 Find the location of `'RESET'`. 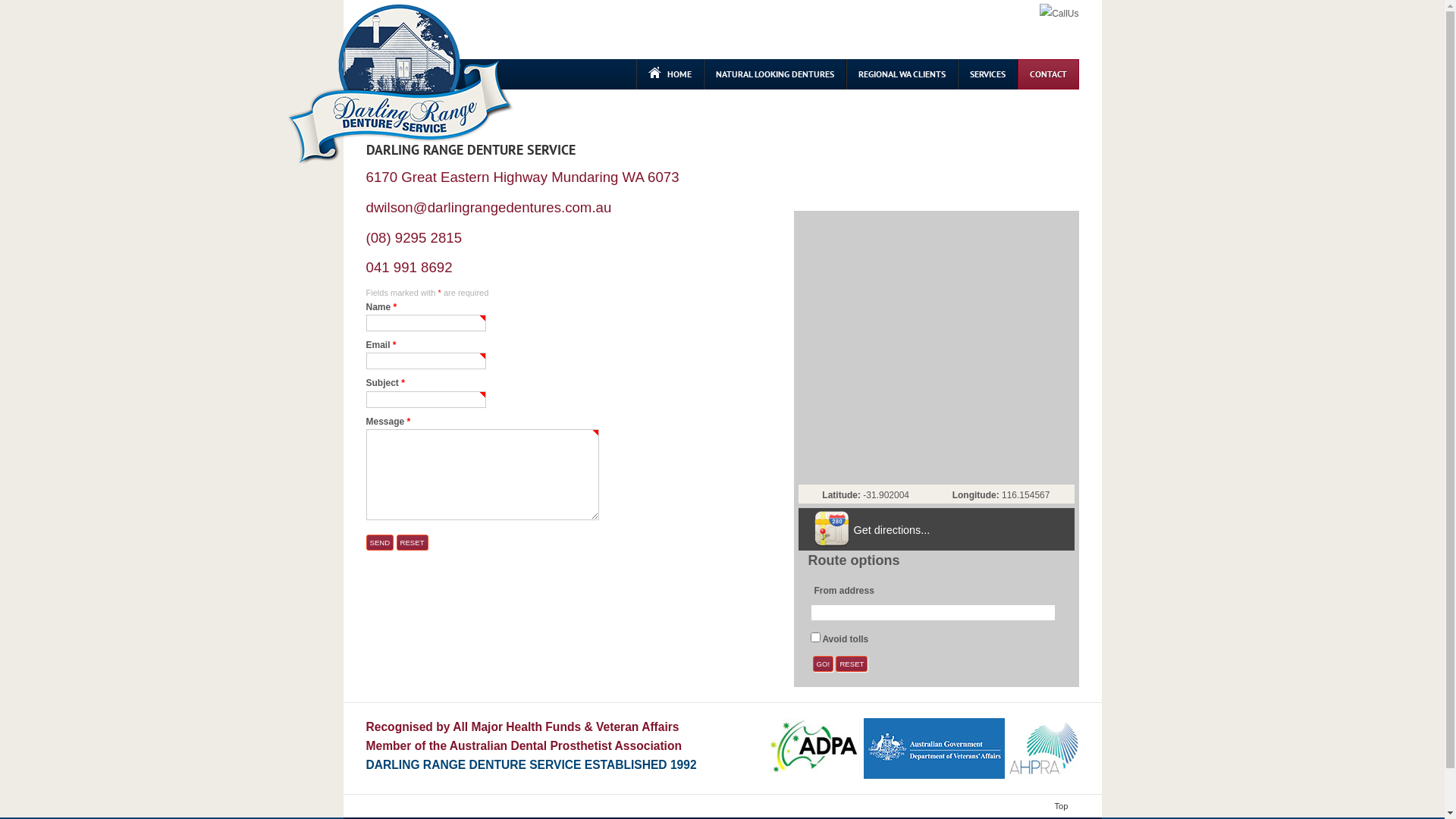

'RESET' is located at coordinates (852, 663).